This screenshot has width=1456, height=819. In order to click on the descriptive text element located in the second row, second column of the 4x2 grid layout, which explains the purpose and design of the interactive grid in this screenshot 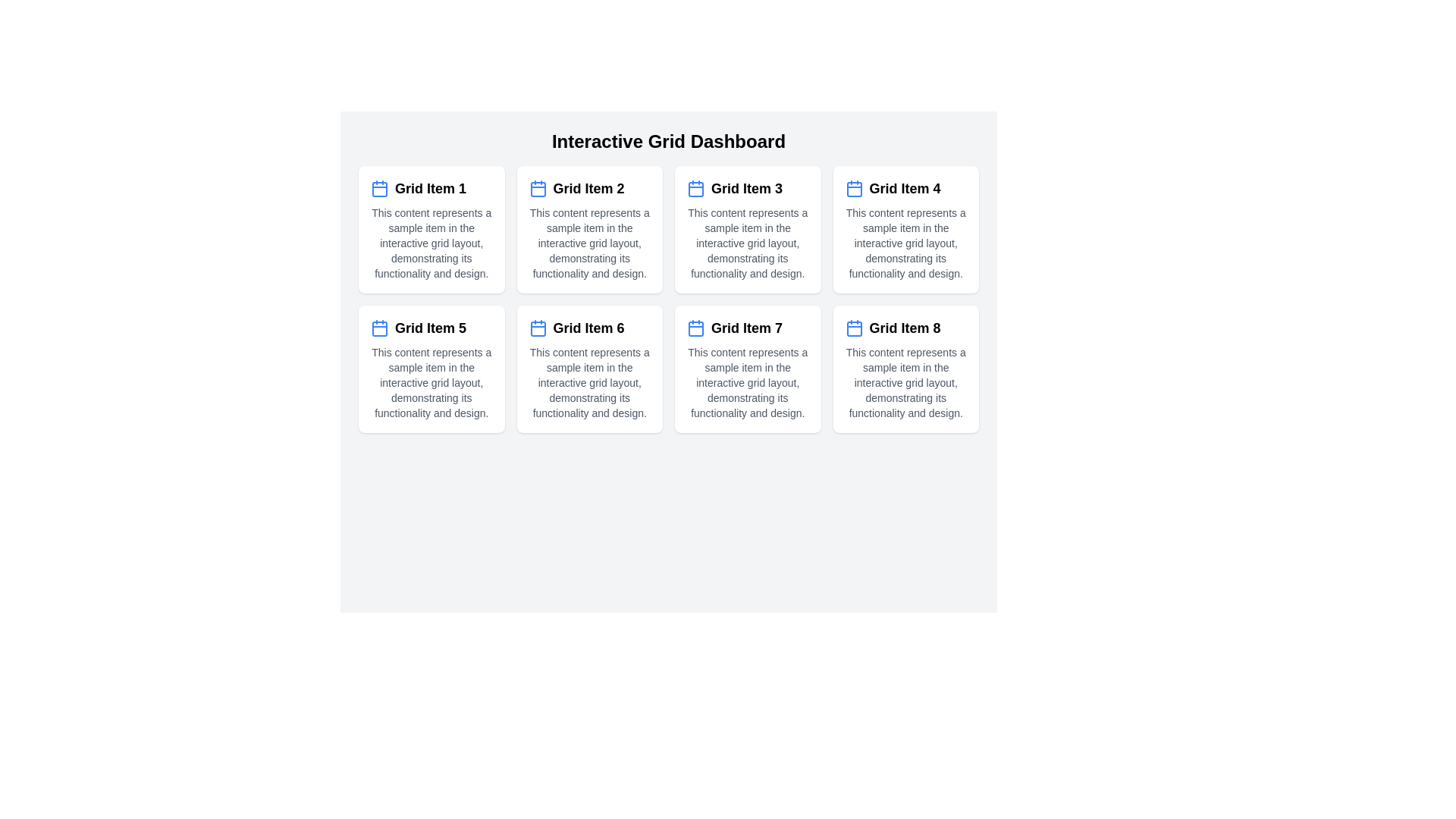, I will do `click(588, 382)`.